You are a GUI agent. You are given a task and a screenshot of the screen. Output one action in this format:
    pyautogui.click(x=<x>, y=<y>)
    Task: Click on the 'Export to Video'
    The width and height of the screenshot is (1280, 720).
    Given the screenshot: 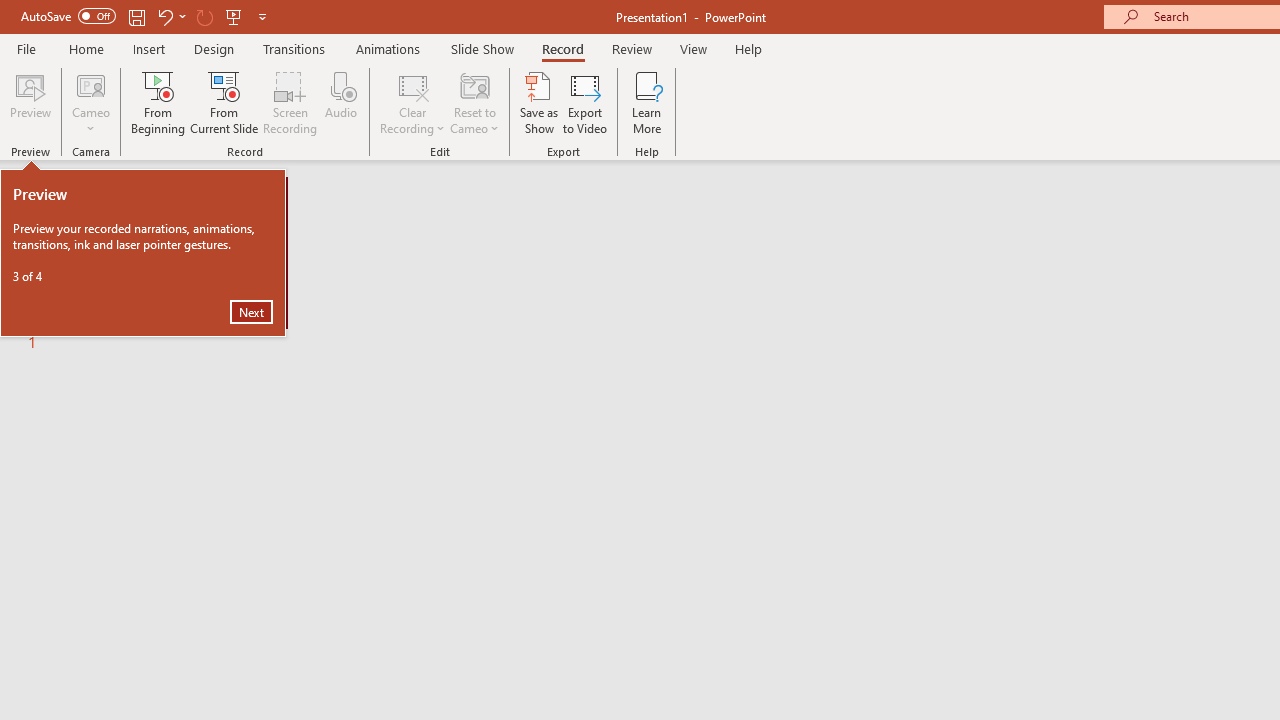 What is the action you would take?
    pyautogui.click(x=584, y=103)
    